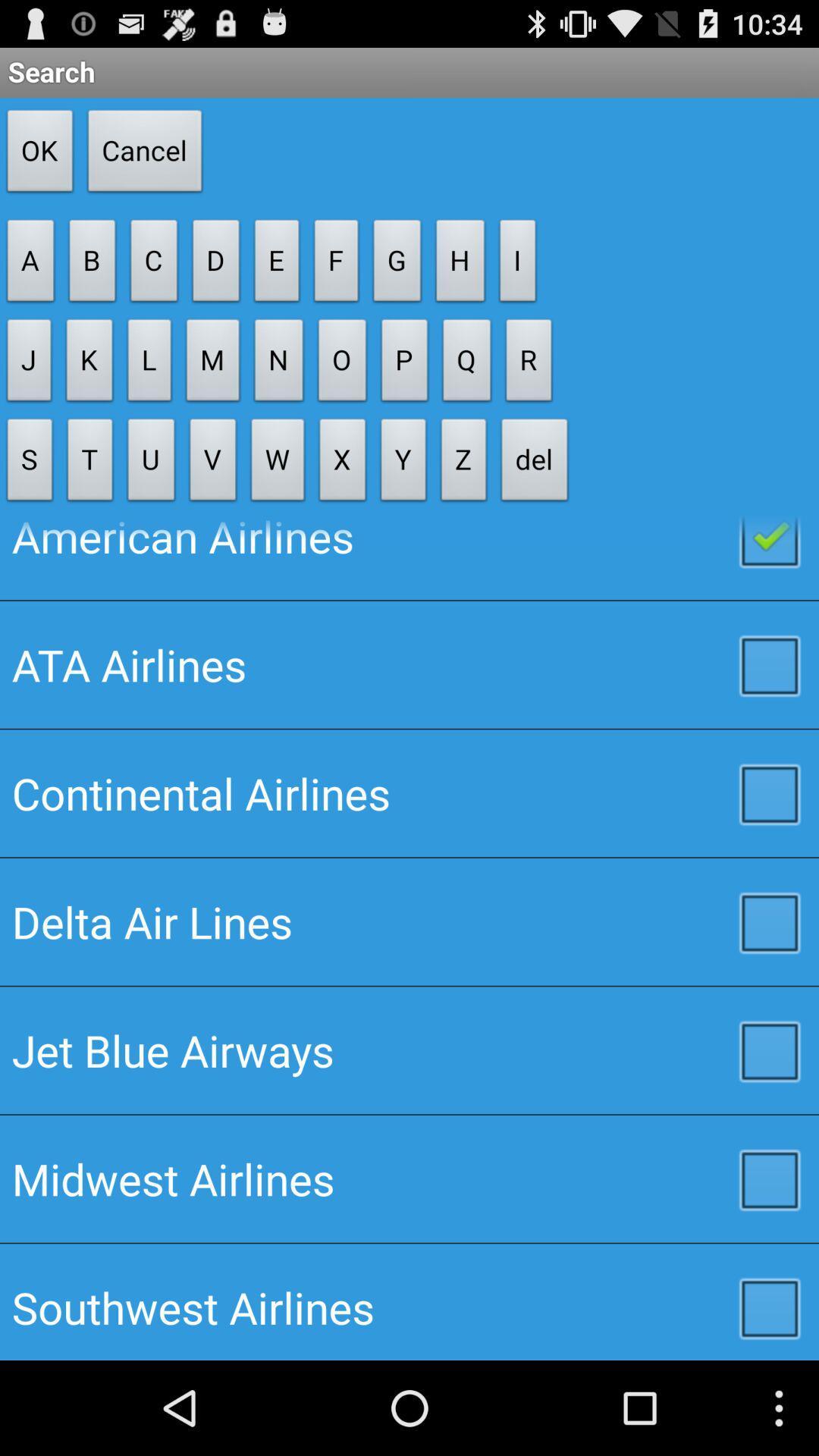 Image resolution: width=819 pixels, height=1456 pixels. Describe the element at coordinates (409, 1178) in the screenshot. I see `the item above southwest airlines` at that location.